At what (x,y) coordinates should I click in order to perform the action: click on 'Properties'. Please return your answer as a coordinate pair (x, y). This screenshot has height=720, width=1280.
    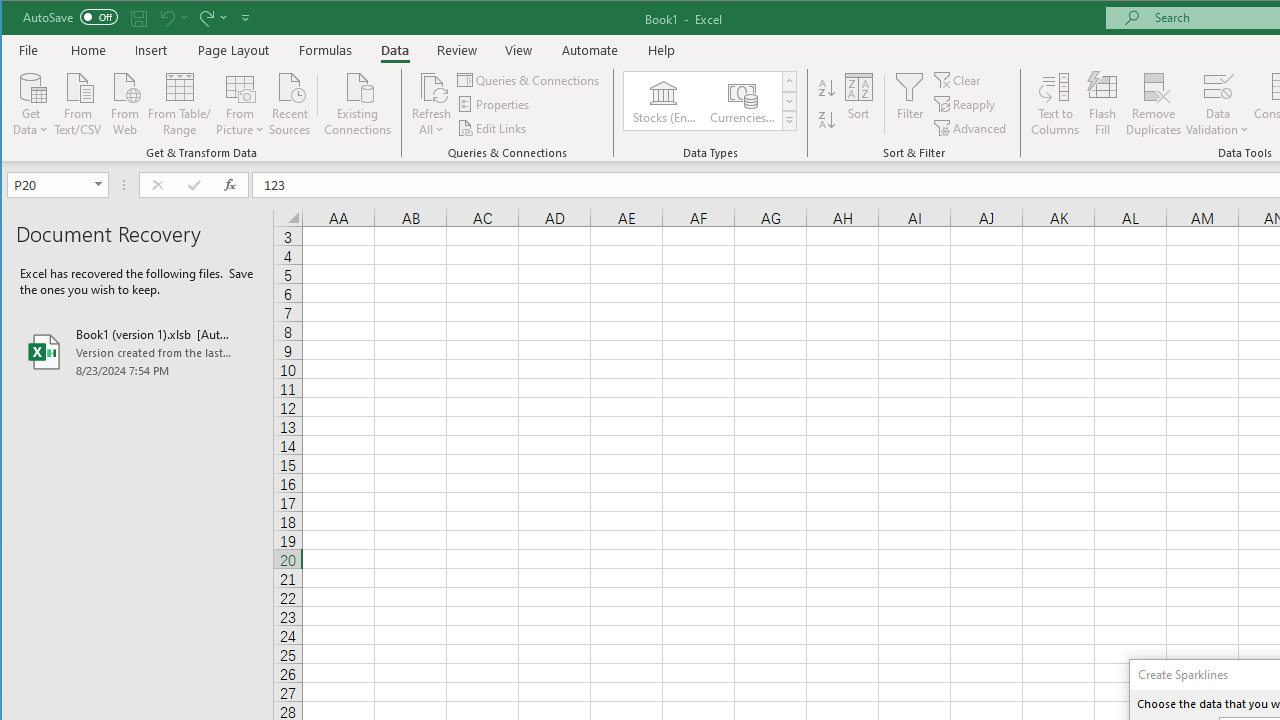
    Looking at the image, I should click on (495, 104).